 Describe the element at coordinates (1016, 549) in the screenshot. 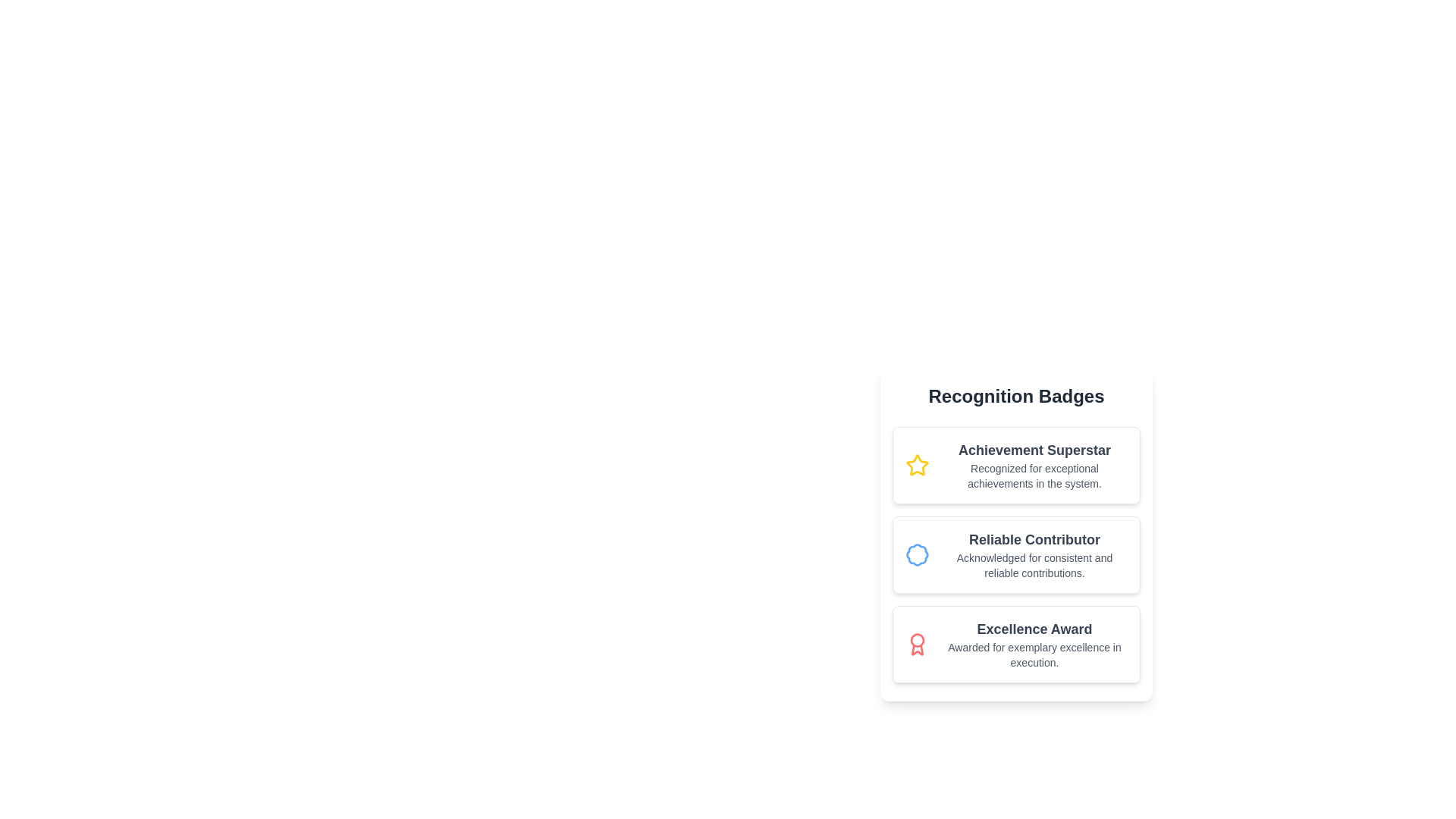

I see `text from the Informational card titled 'Reliable Contributor', which is the second card in the 'Recognition Badges' section` at that location.